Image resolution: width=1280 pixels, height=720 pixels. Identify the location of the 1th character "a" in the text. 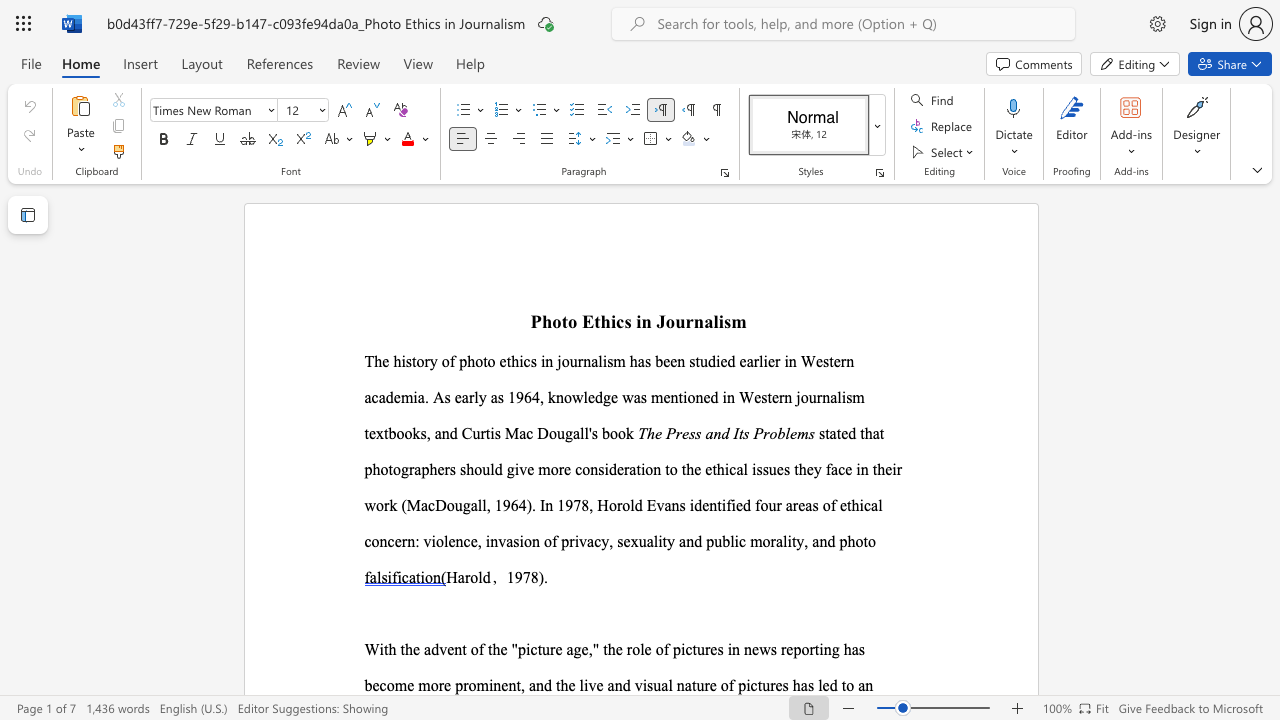
(668, 504).